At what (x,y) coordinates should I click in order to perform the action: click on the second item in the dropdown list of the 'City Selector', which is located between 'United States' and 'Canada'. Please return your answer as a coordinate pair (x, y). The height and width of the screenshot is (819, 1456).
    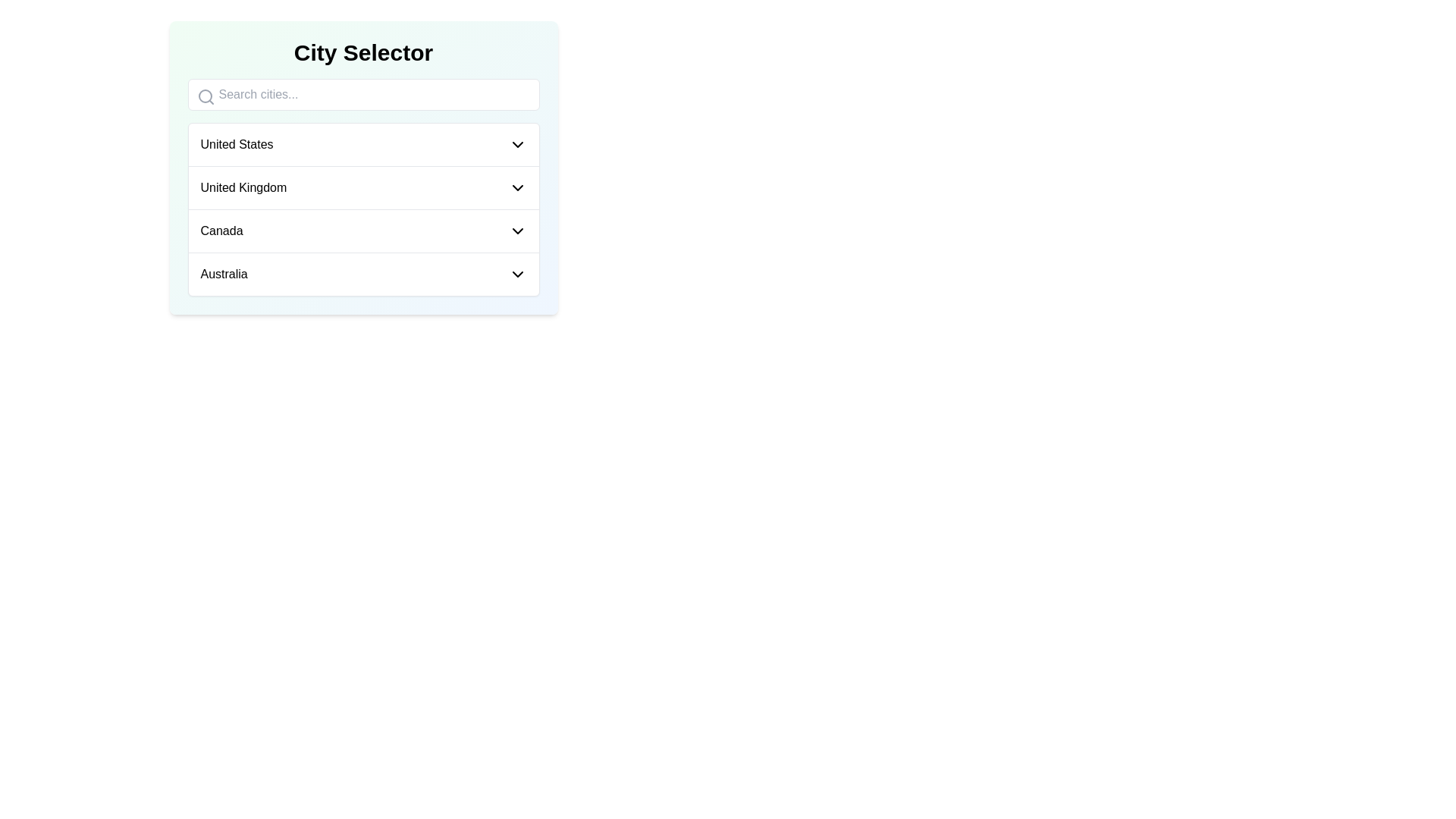
    Looking at the image, I should click on (362, 209).